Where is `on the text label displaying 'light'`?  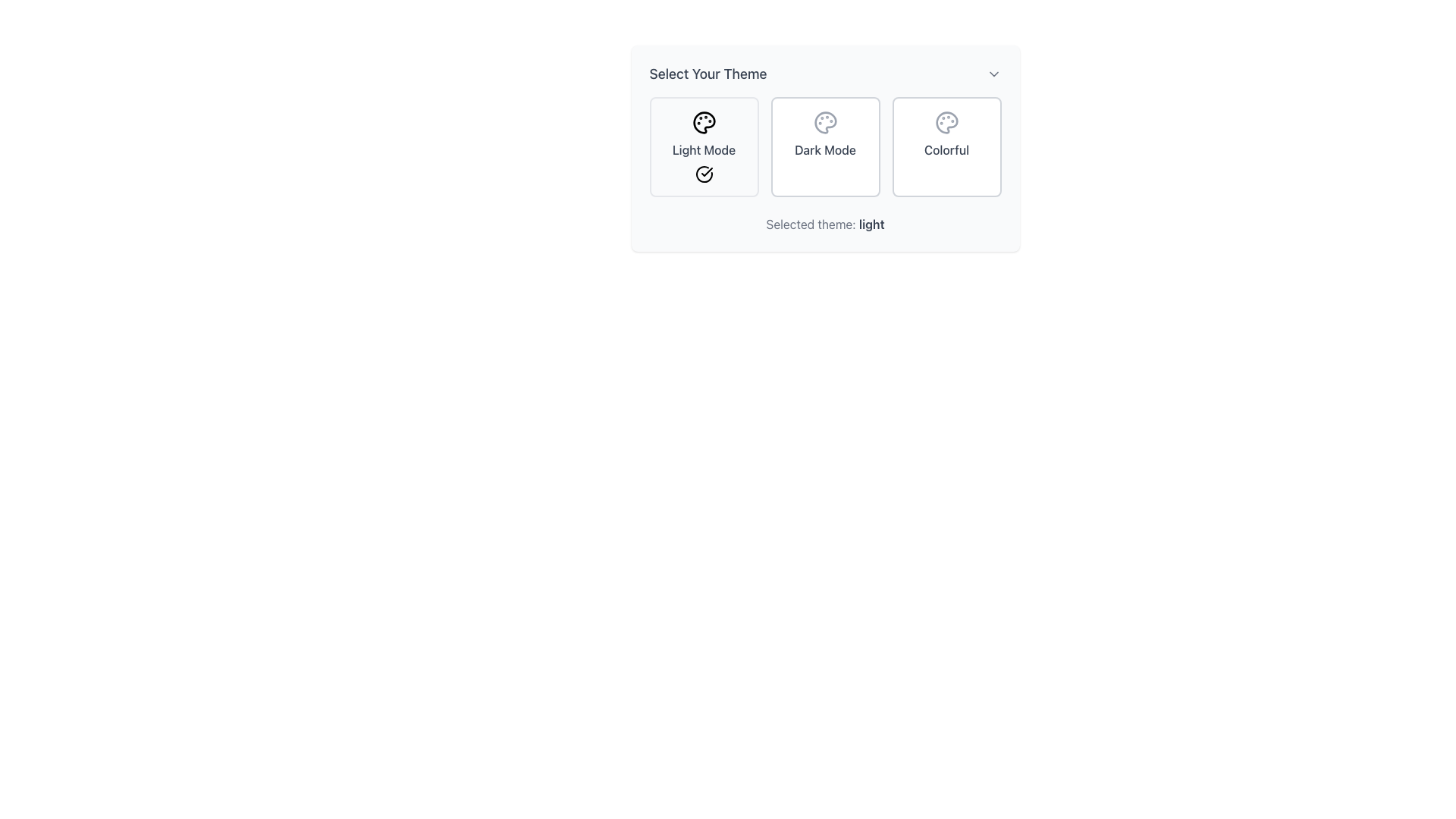 on the text label displaying 'light' is located at coordinates (871, 224).